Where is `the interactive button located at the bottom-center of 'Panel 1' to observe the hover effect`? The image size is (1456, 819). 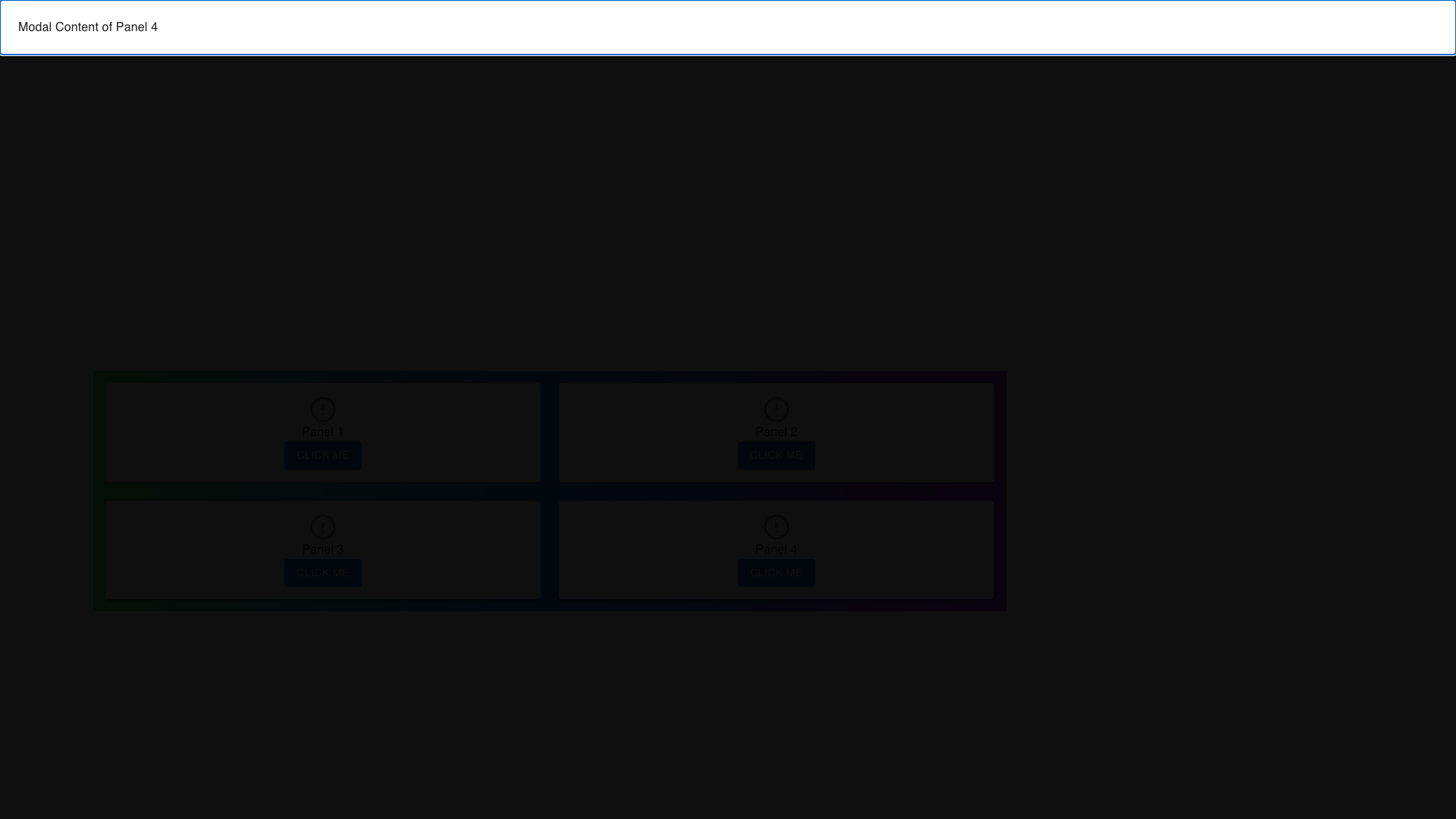
the interactive button located at the bottom-center of 'Panel 1' to observe the hover effect is located at coordinates (322, 454).